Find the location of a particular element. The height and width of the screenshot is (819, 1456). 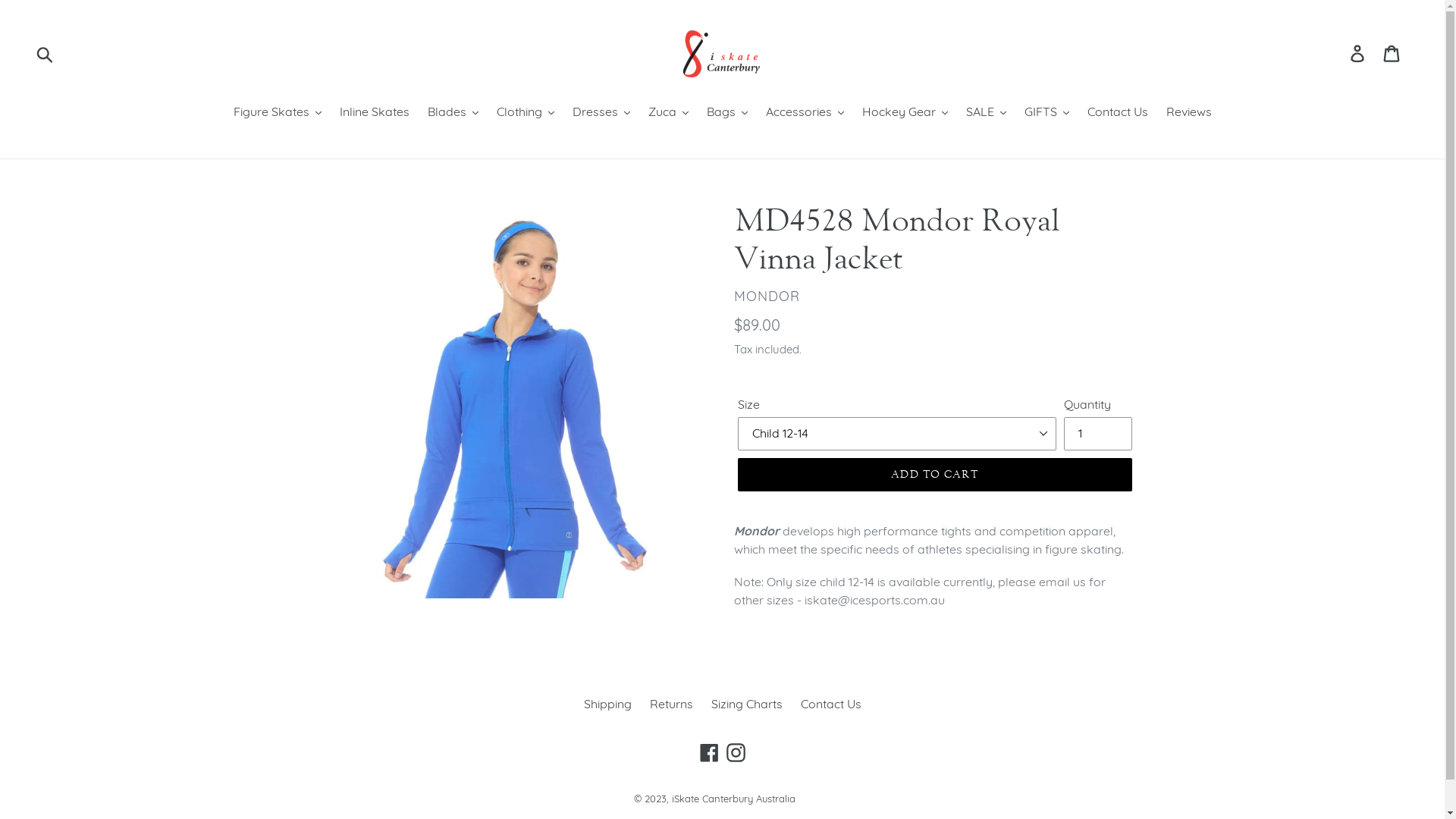

'ADD TO CART' is located at coordinates (934, 473).